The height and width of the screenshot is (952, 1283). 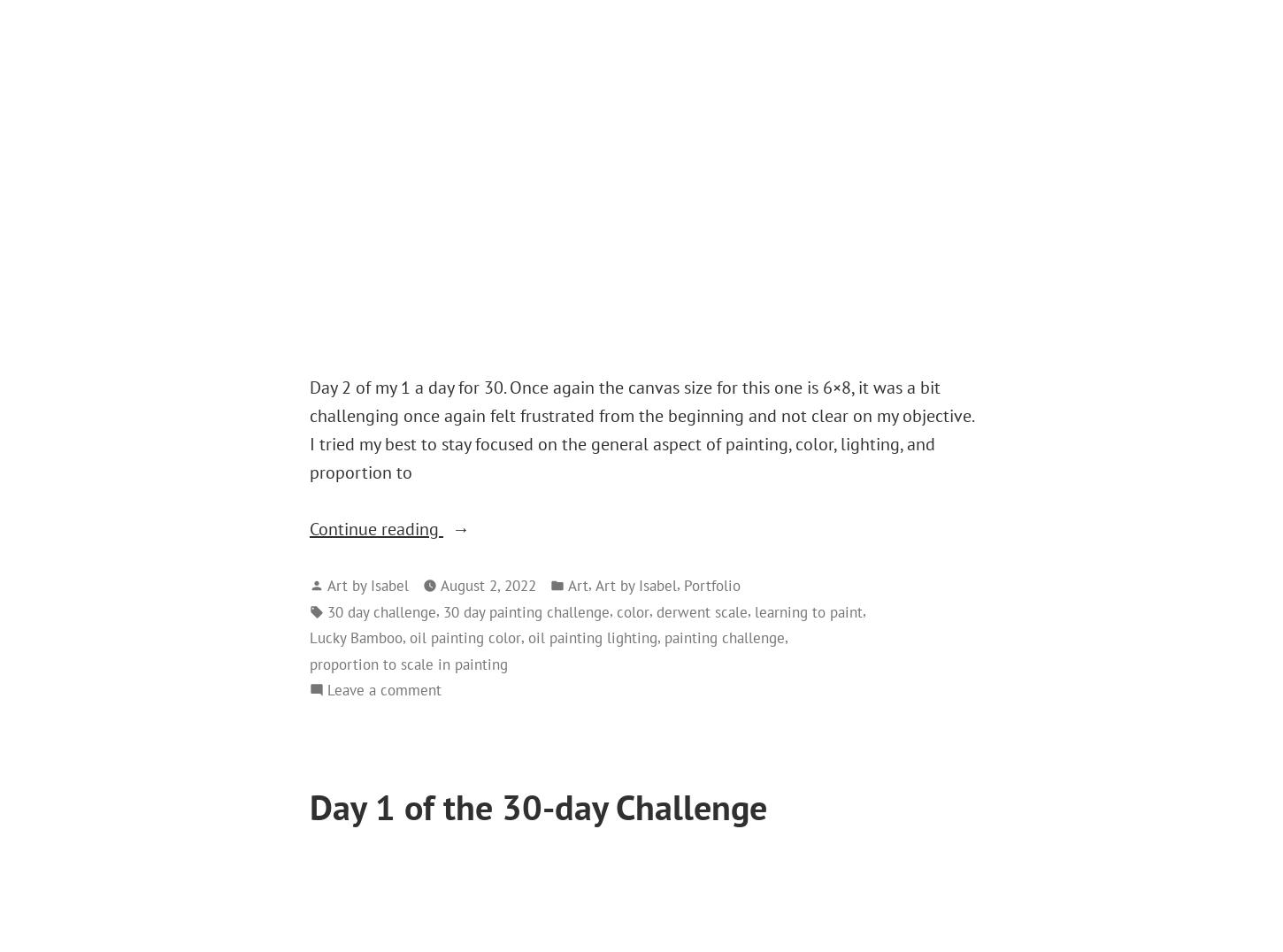 I want to click on 'Day 2 of my 1 a day for 30. Once again the canvas size for this one is 6×8, it was a bit challenging once again felt frustrated from the beginning and not clear on my objective. I tried my best to stay focused on the general aspect of painting, color, lighting, and proportion to', so click(x=641, y=429).